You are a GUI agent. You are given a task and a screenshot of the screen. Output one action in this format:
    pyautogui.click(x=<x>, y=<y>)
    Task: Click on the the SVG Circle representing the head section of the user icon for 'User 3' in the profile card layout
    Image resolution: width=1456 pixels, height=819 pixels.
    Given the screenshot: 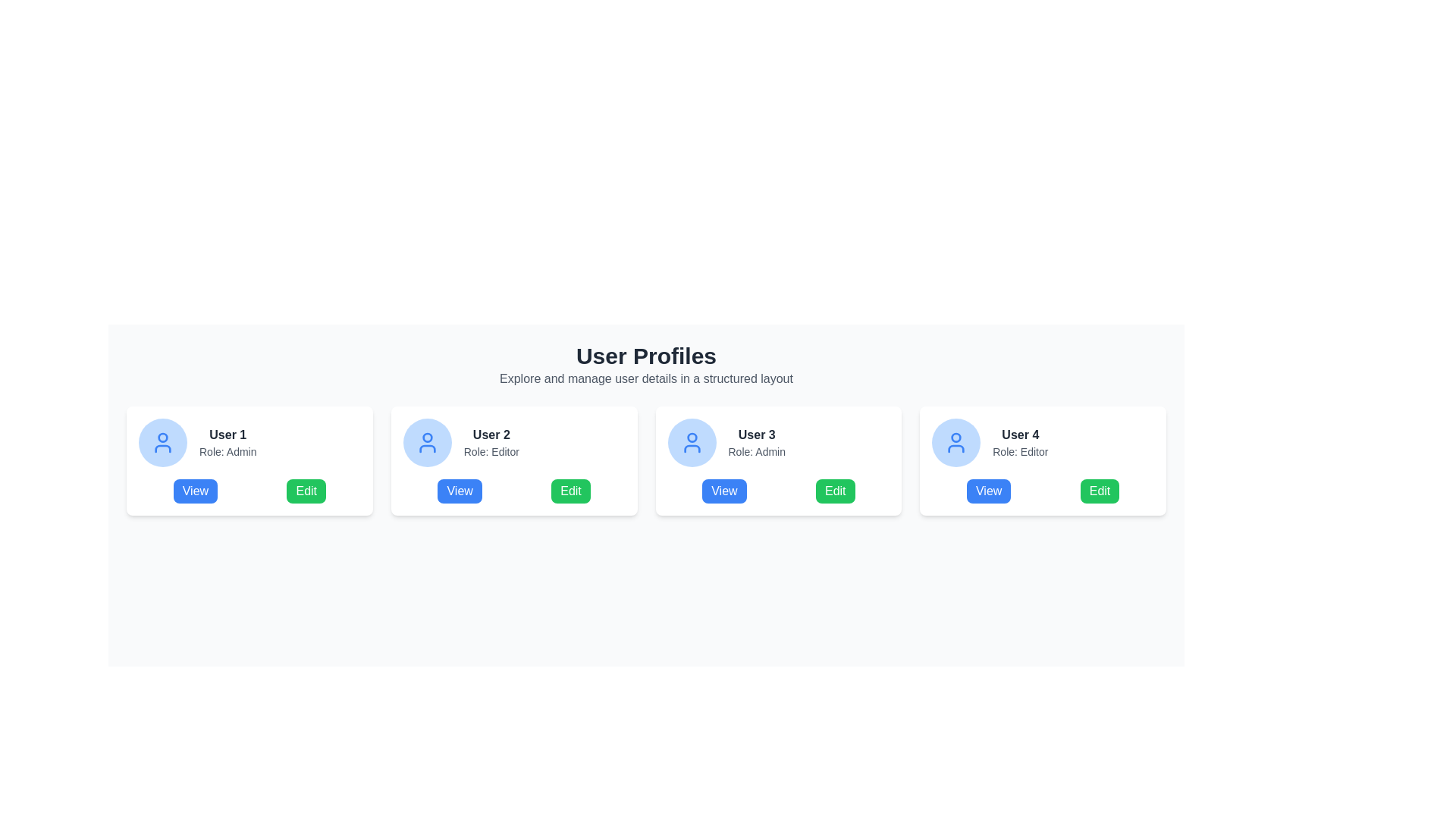 What is the action you would take?
    pyautogui.click(x=691, y=438)
    